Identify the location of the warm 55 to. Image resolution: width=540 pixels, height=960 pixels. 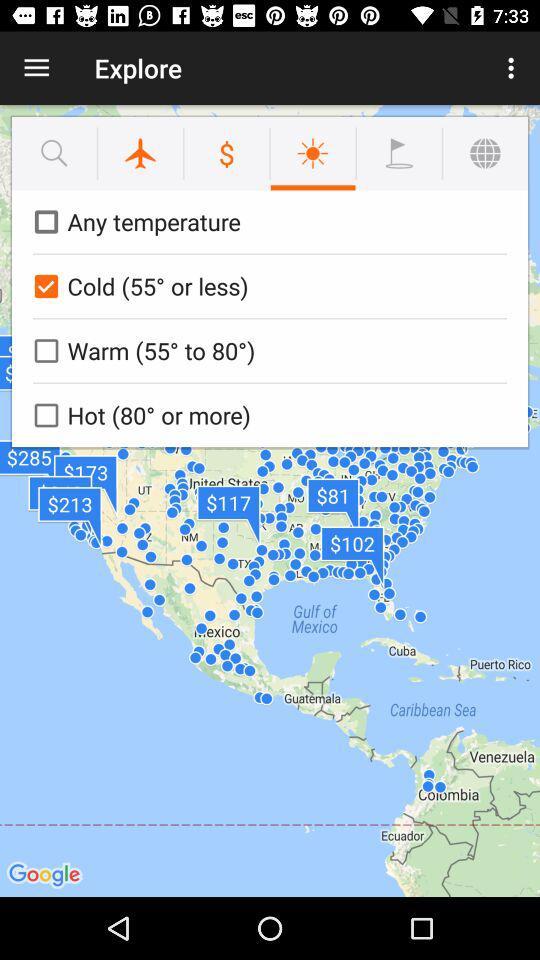
(266, 350).